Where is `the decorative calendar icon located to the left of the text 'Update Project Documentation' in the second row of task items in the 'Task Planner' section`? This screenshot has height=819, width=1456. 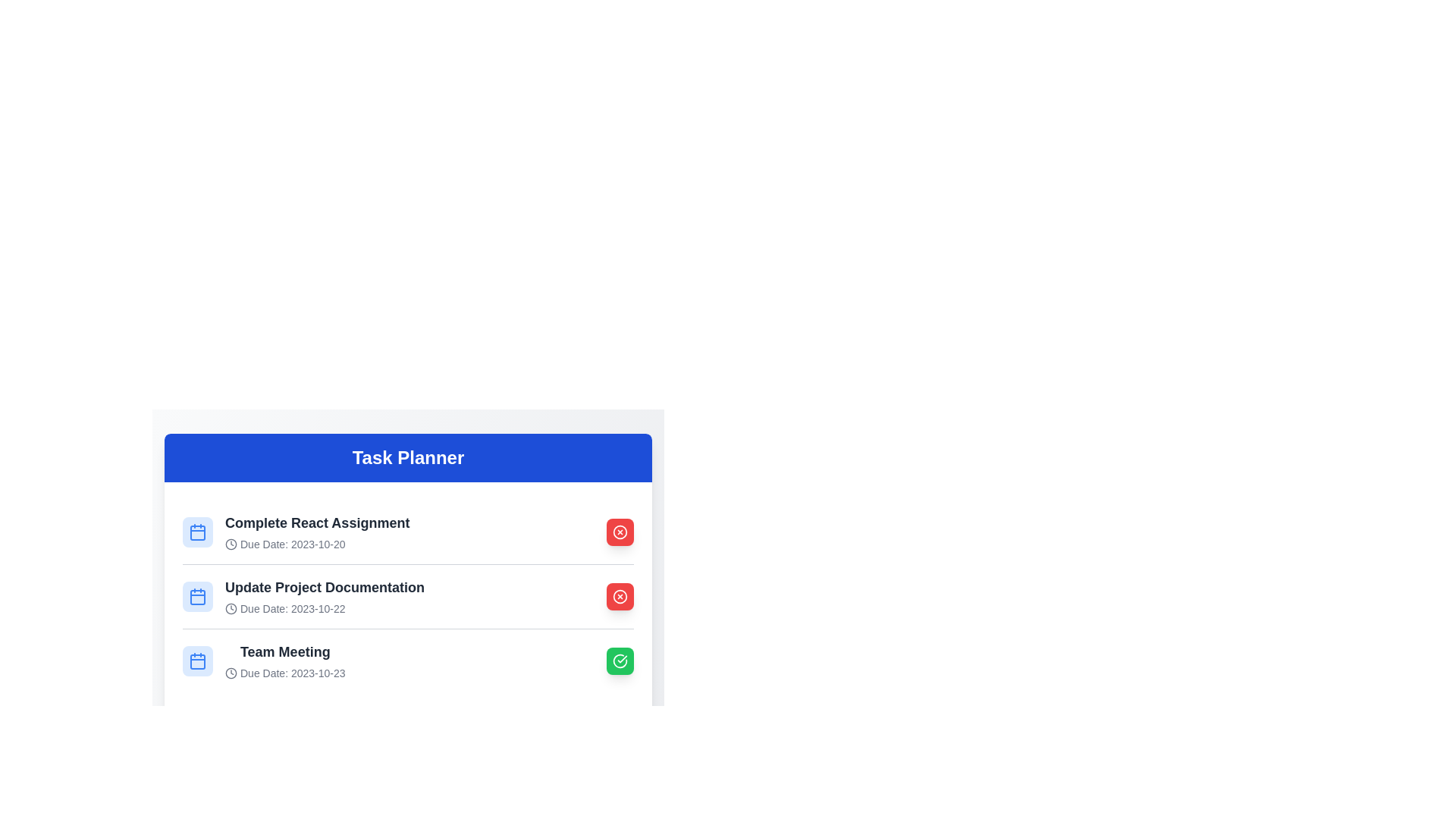 the decorative calendar icon located to the left of the text 'Update Project Documentation' in the second row of task items in the 'Task Planner' section is located at coordinates (196, 595).